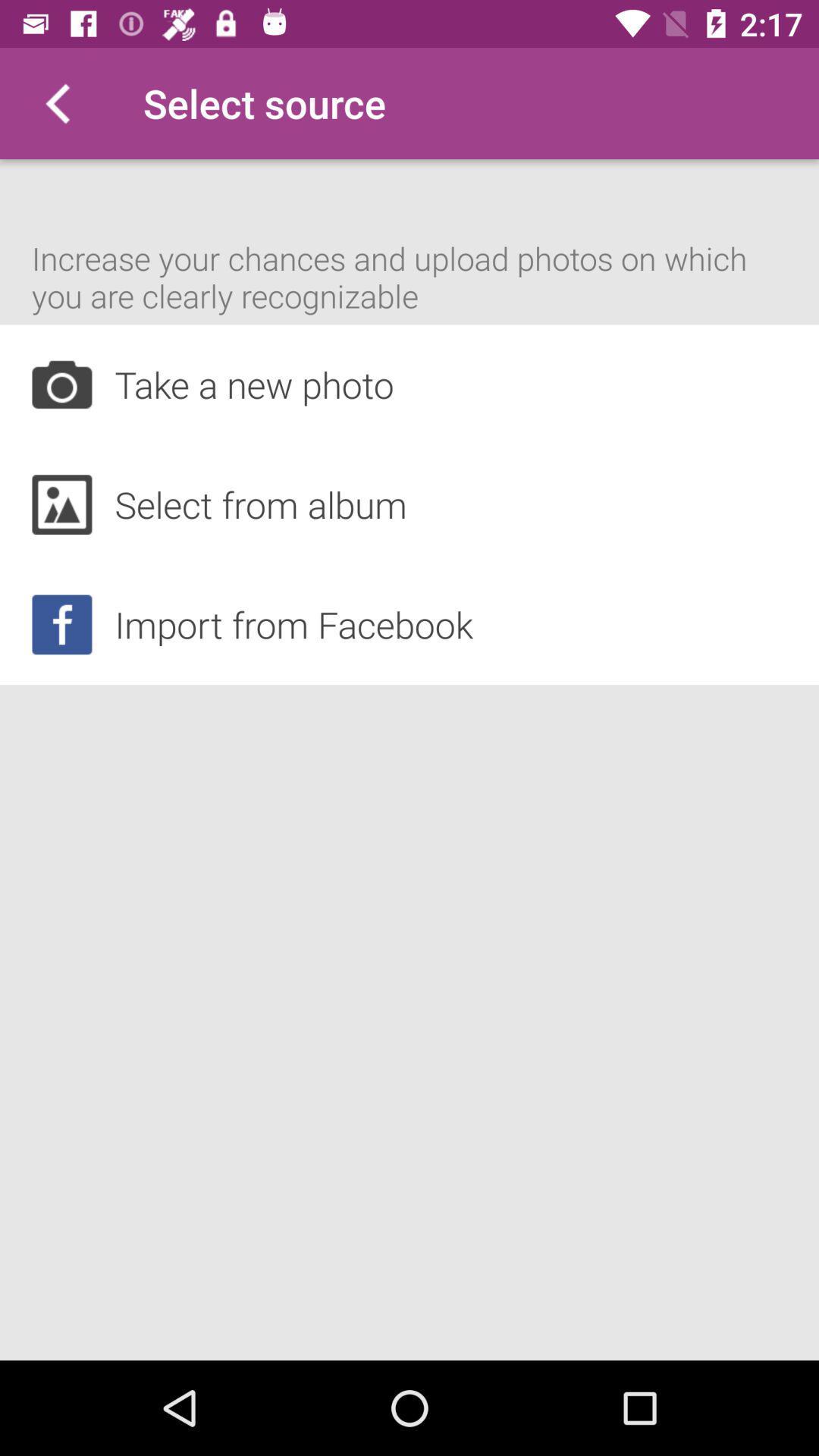 This screenshot has height=1456, width=819. Describe the element at coordinates (55, 102) in the screenshot. I see `go back` at that location.